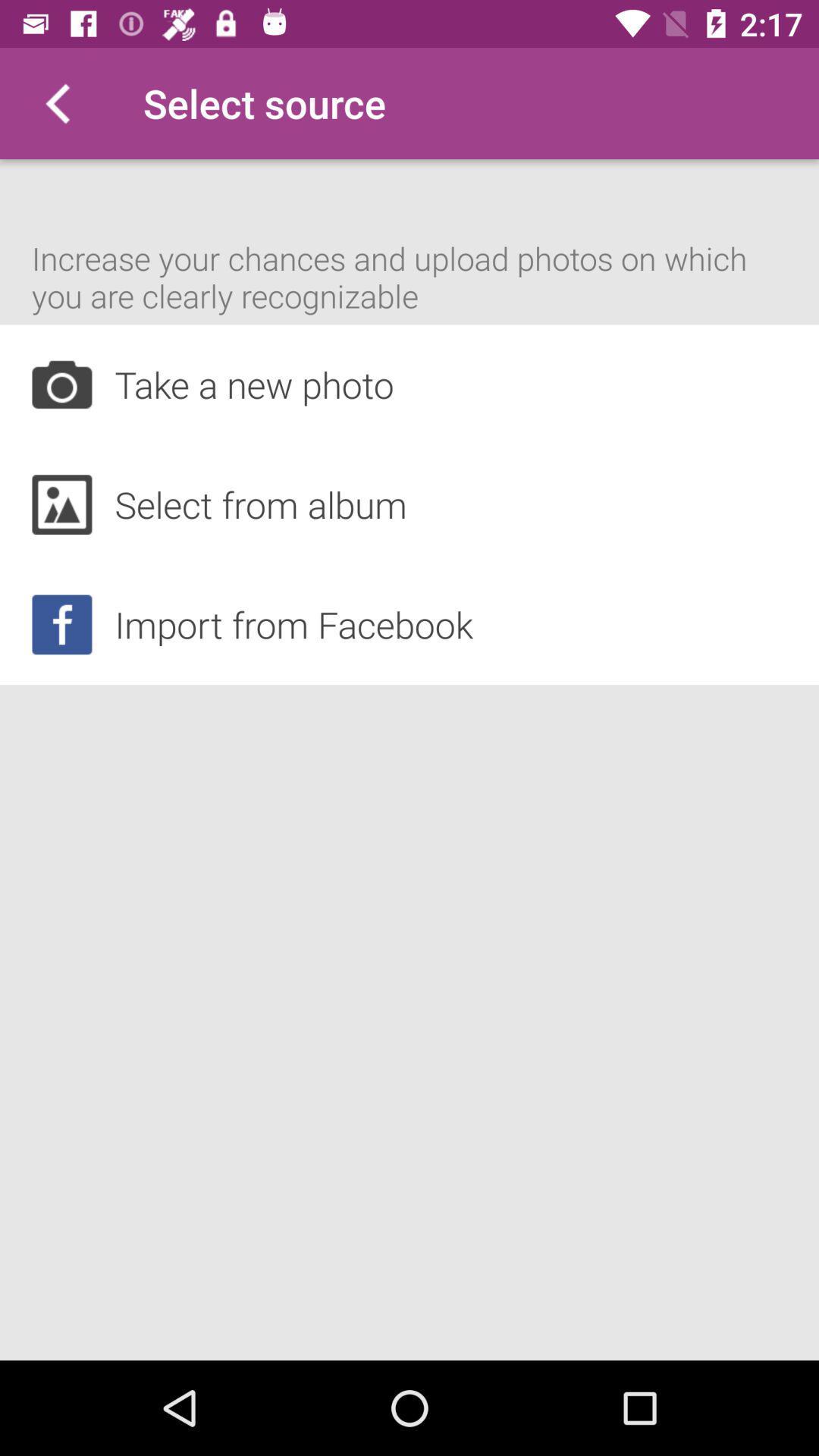 This screenshot has height=1456, width=819. Describe the element at coordinates (55, 102) in the screenshot. I see `go back` at that location.